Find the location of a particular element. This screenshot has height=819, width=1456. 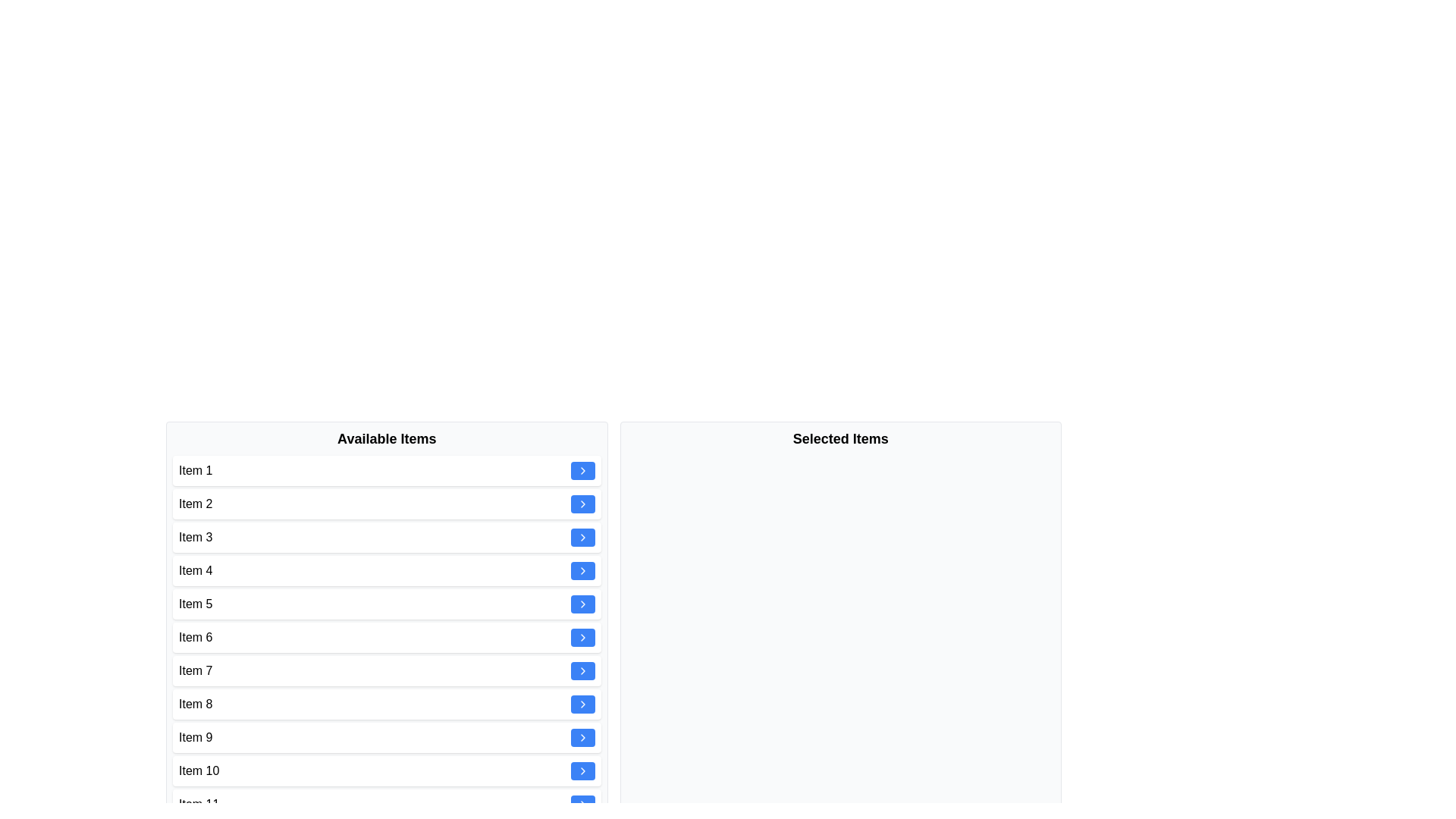

the button with an embedded chevron icon next to 'Item 4' is located at coordinates (582, 570).